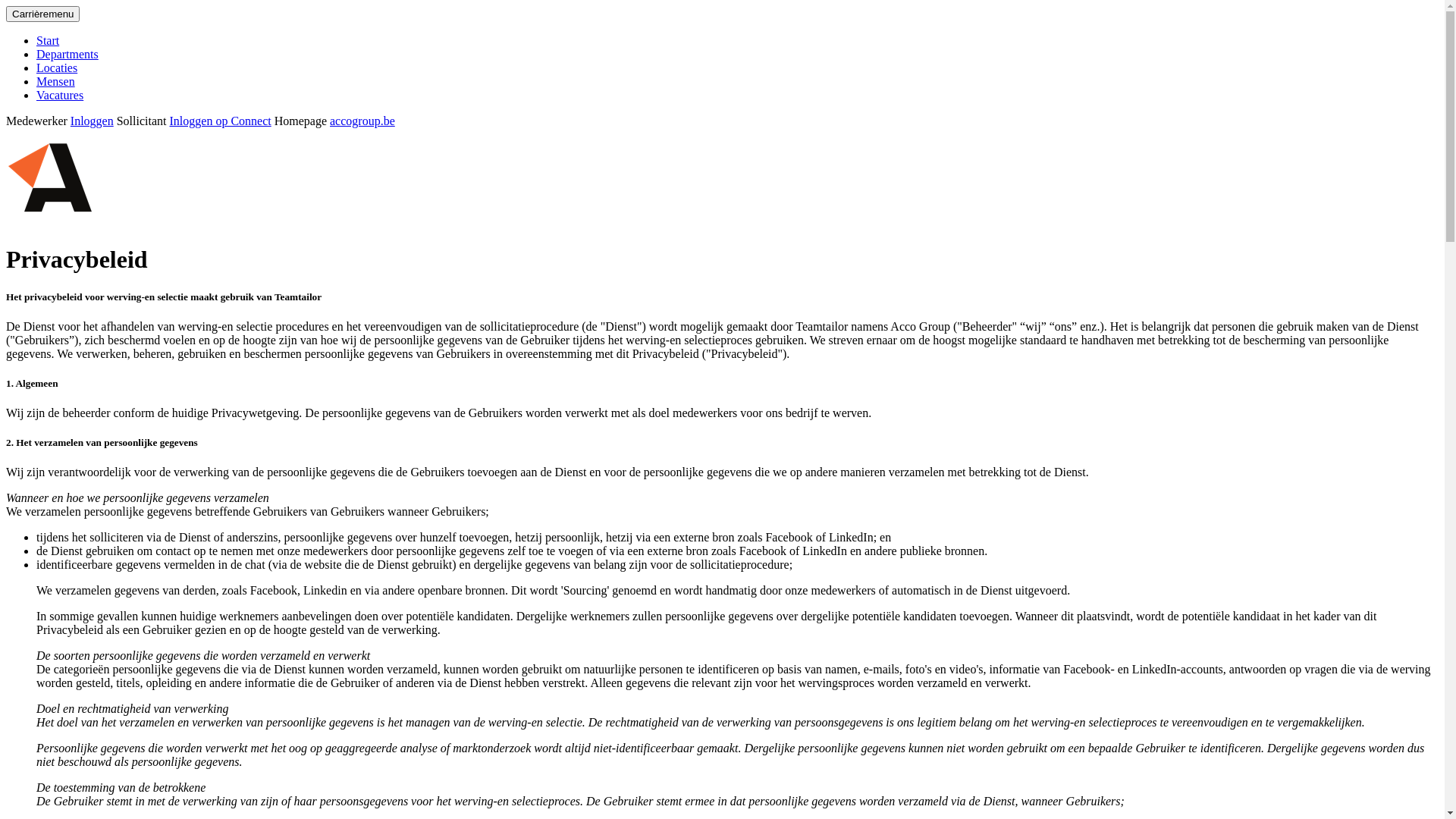 This screenshot has width=1456, height=819. Describe the element at coordinates (47, 39) in the screenshot. I see `'Start'` at that location.